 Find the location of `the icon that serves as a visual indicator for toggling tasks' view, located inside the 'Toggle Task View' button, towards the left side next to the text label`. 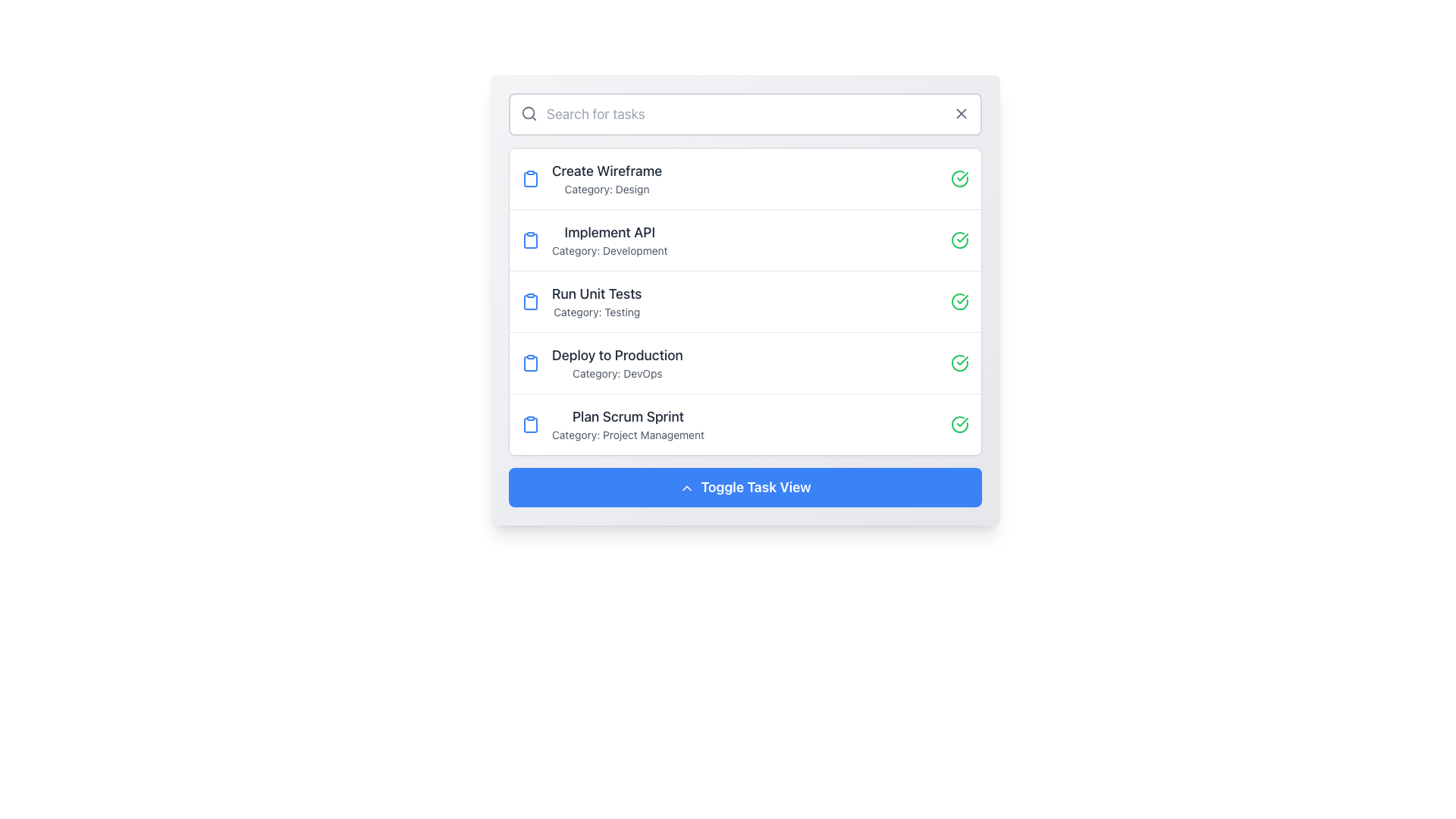

the icon that serves as a visual indicator for toggling tasks' view, located inside the 'Toggle Task View' button, towards the left side next to the text label is located at coordinates (686, 488).